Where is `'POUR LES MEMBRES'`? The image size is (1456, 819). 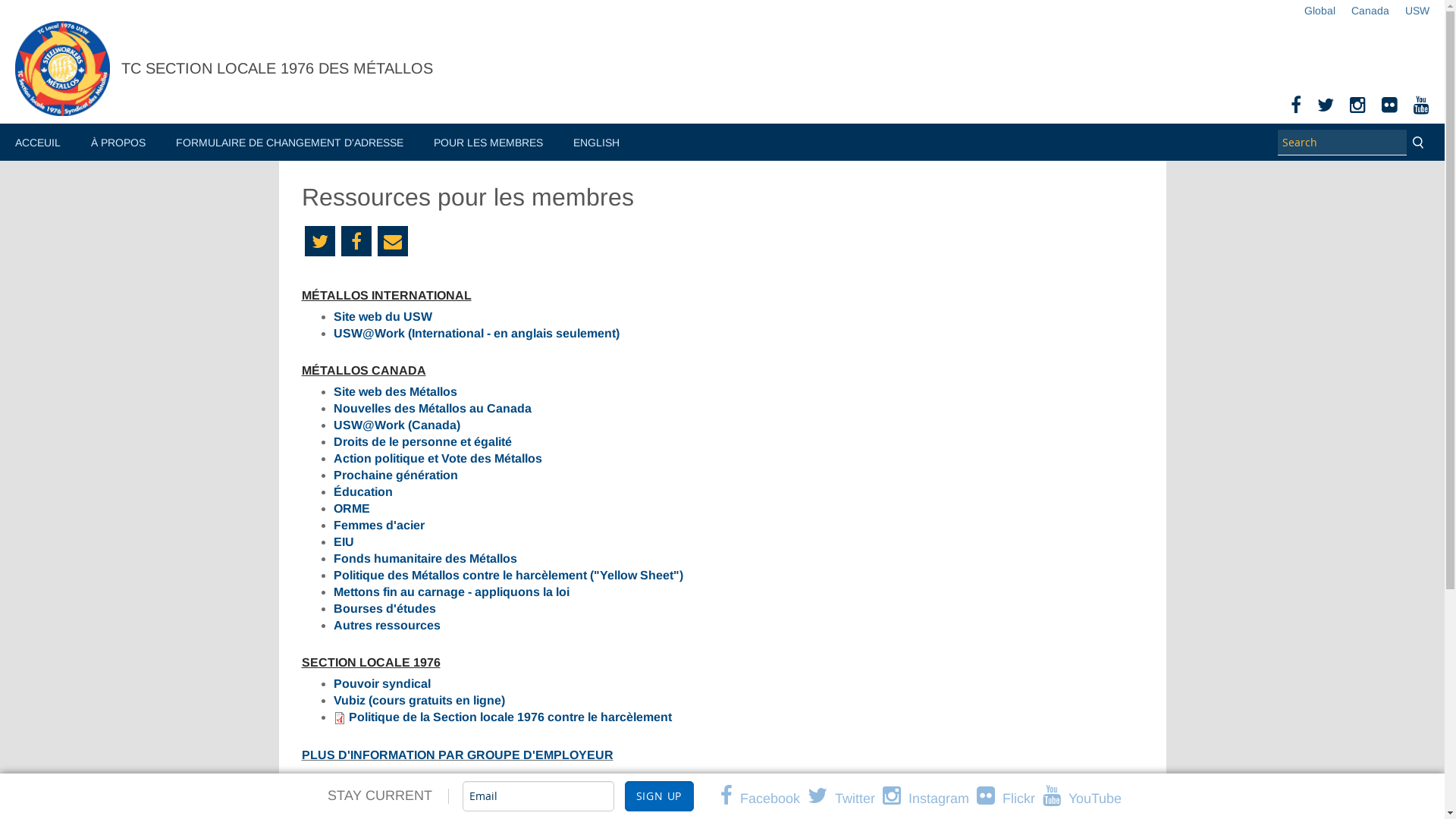
'POUR LES MEMBRES' is located at coordinates (432, 144).